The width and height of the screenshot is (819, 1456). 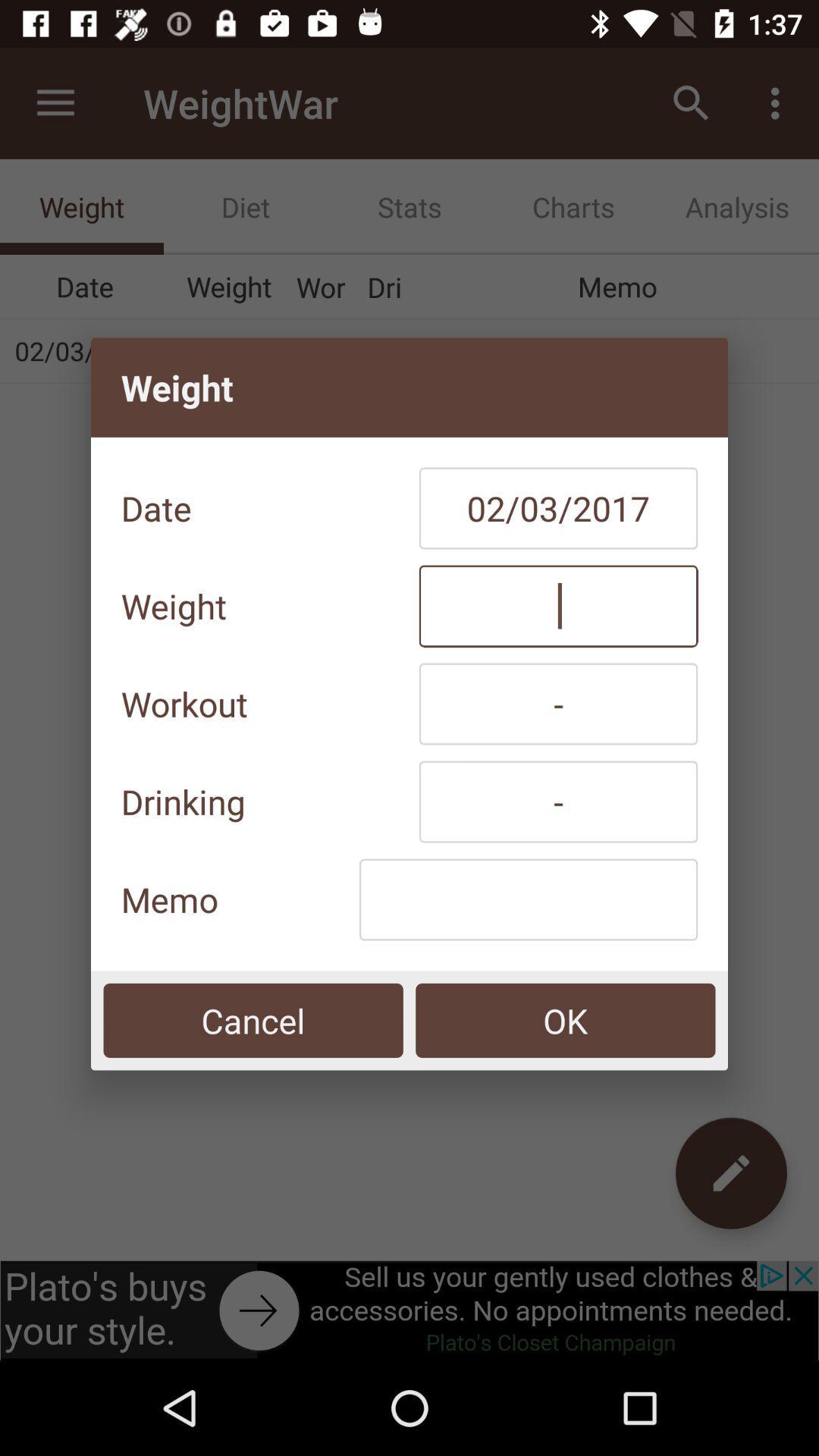 What do you see at coordinates (558, 508) in the screenshot?
I see `item next to date icon` at bounding box center [558, 508].